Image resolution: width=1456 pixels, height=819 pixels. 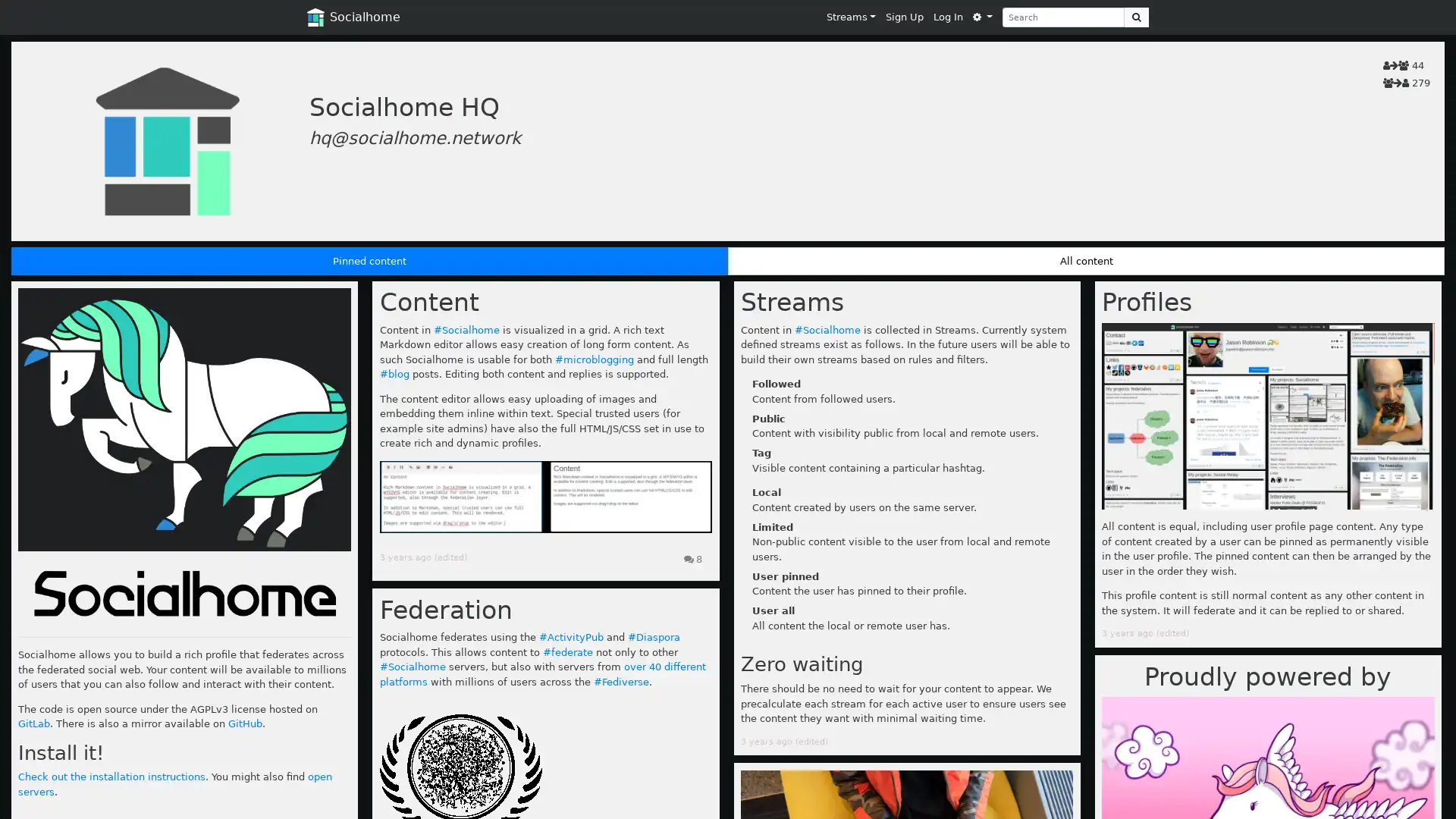 I want to click on Search, so click(x=1136, y=17).